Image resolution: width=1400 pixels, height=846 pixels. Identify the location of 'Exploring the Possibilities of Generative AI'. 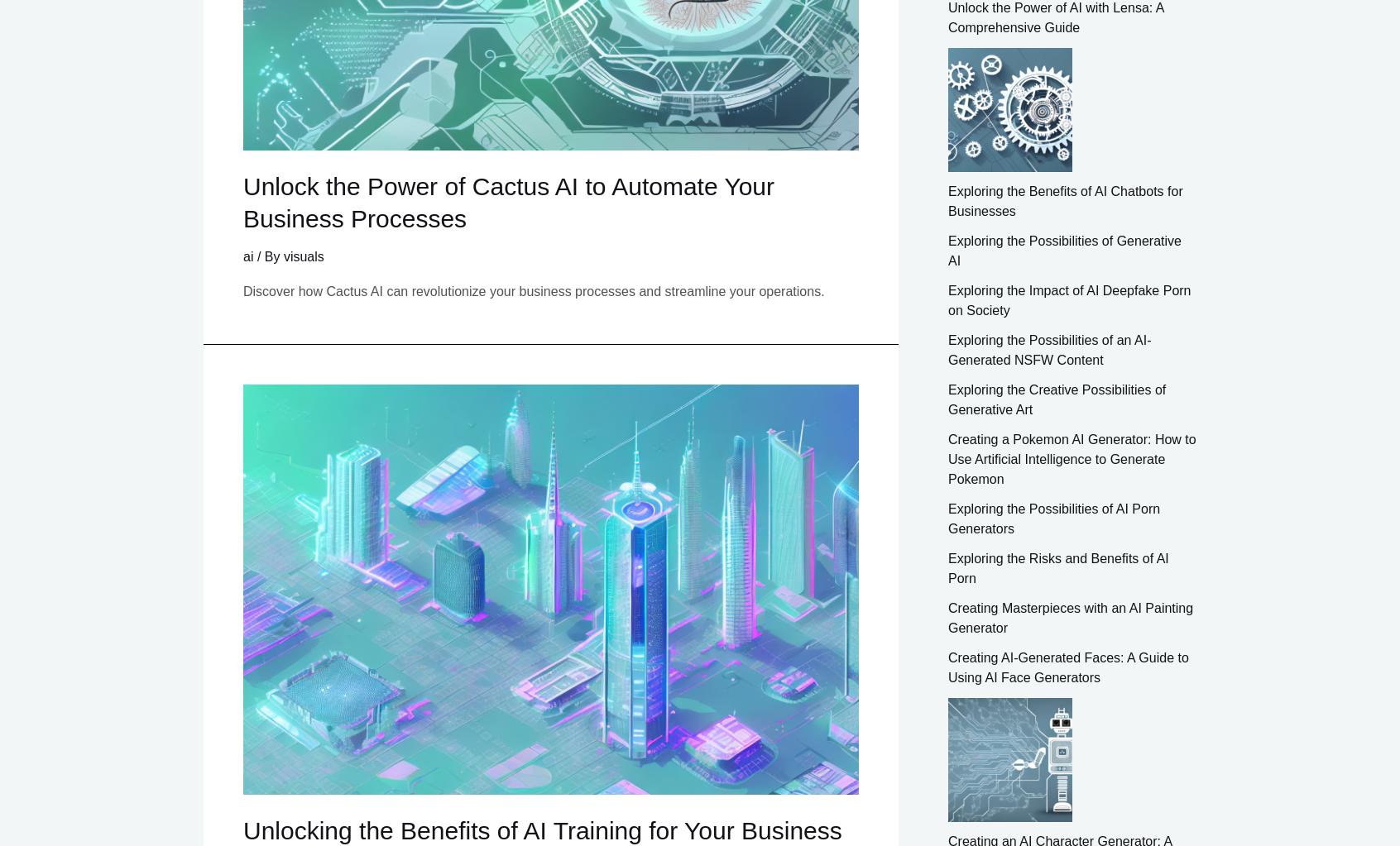
(1063, 249).